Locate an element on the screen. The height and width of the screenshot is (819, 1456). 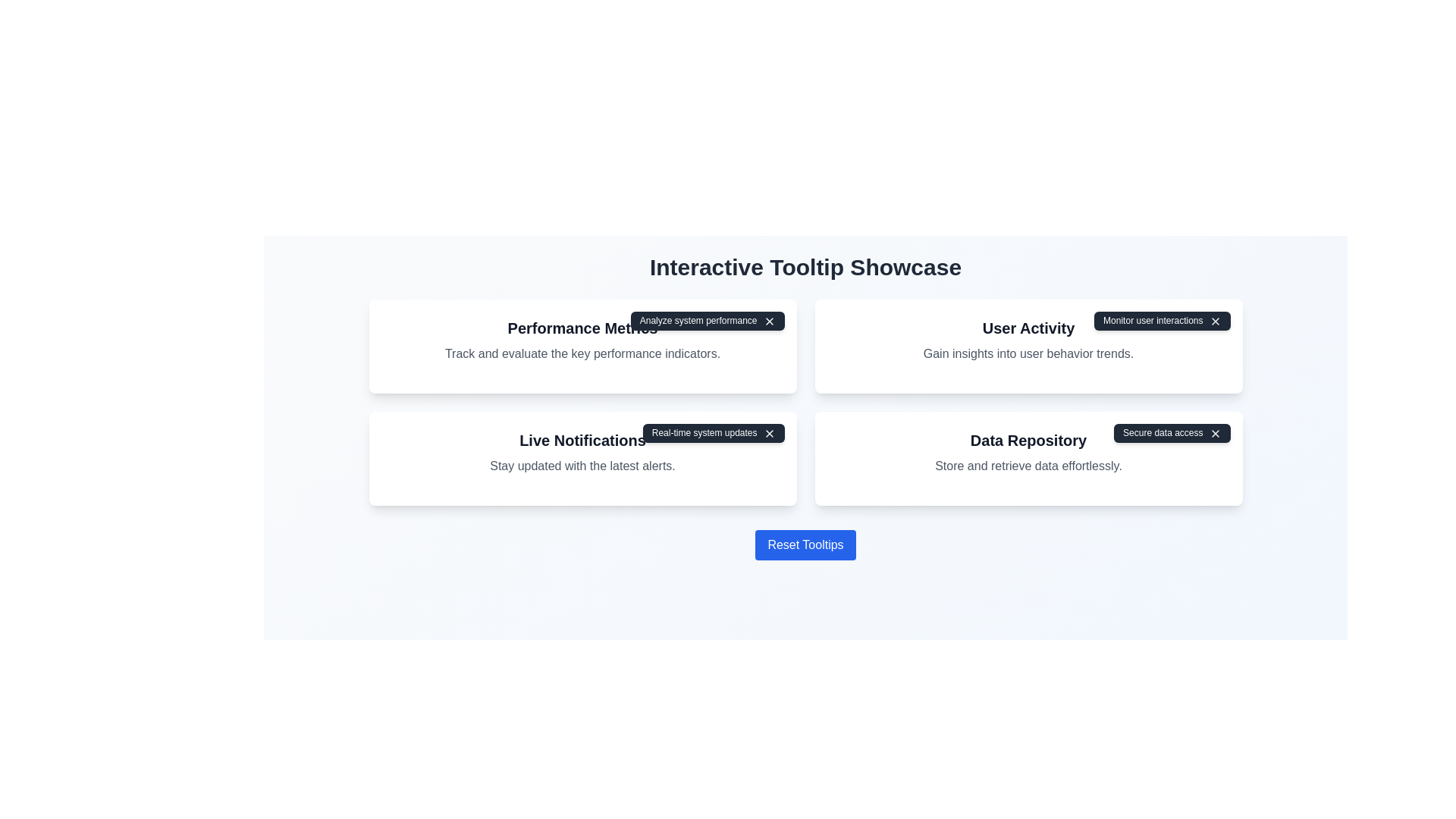
the header/title text that summarizes the performance evaluation and metrics within the 'Performance Metrics' card, located at the center-left of the layout is located at coordinates (582, 327).